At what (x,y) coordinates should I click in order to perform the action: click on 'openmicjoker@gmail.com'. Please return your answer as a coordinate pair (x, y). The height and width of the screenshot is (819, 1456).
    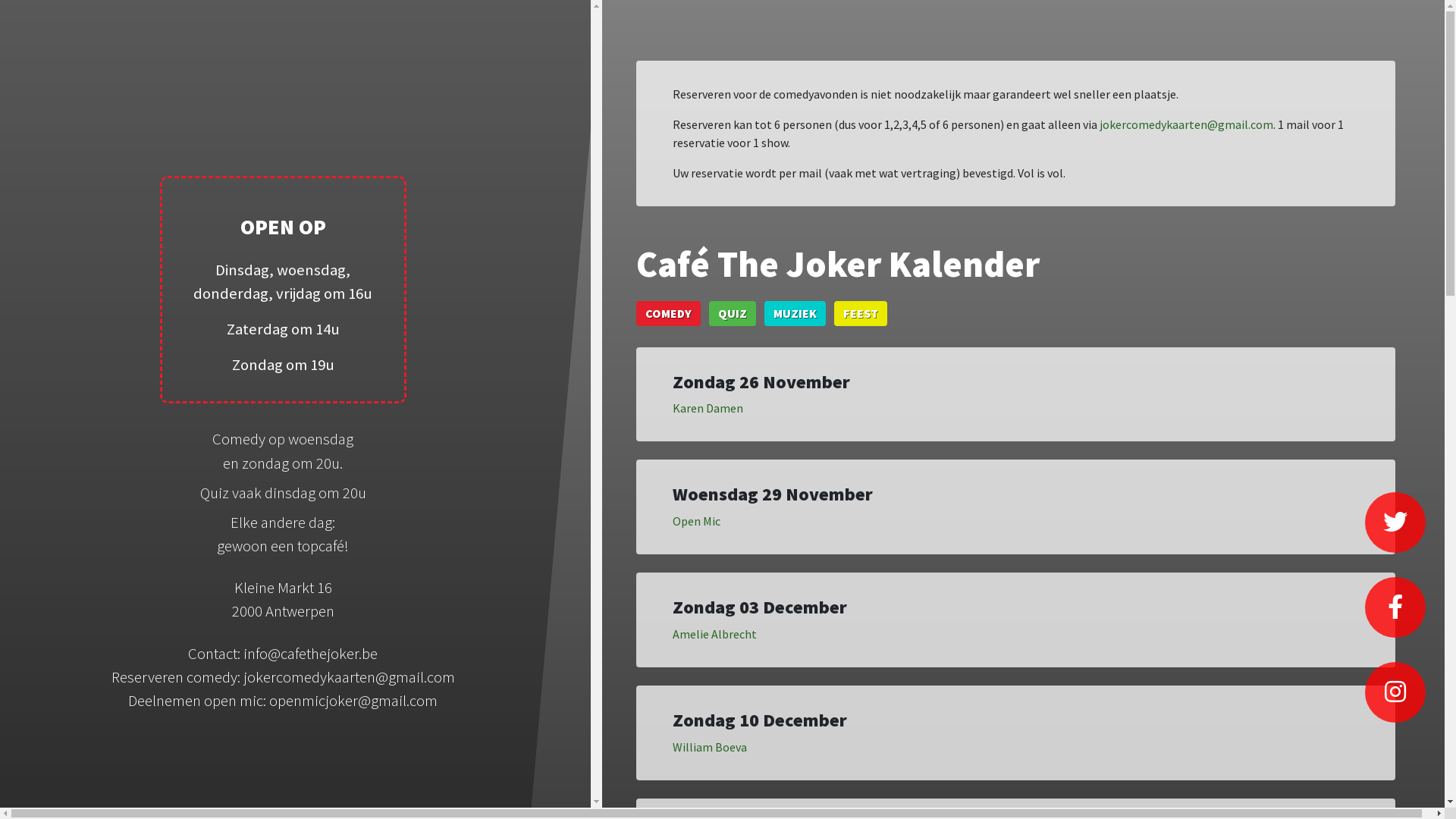
    Looking at the image, I should click on (352, 701).